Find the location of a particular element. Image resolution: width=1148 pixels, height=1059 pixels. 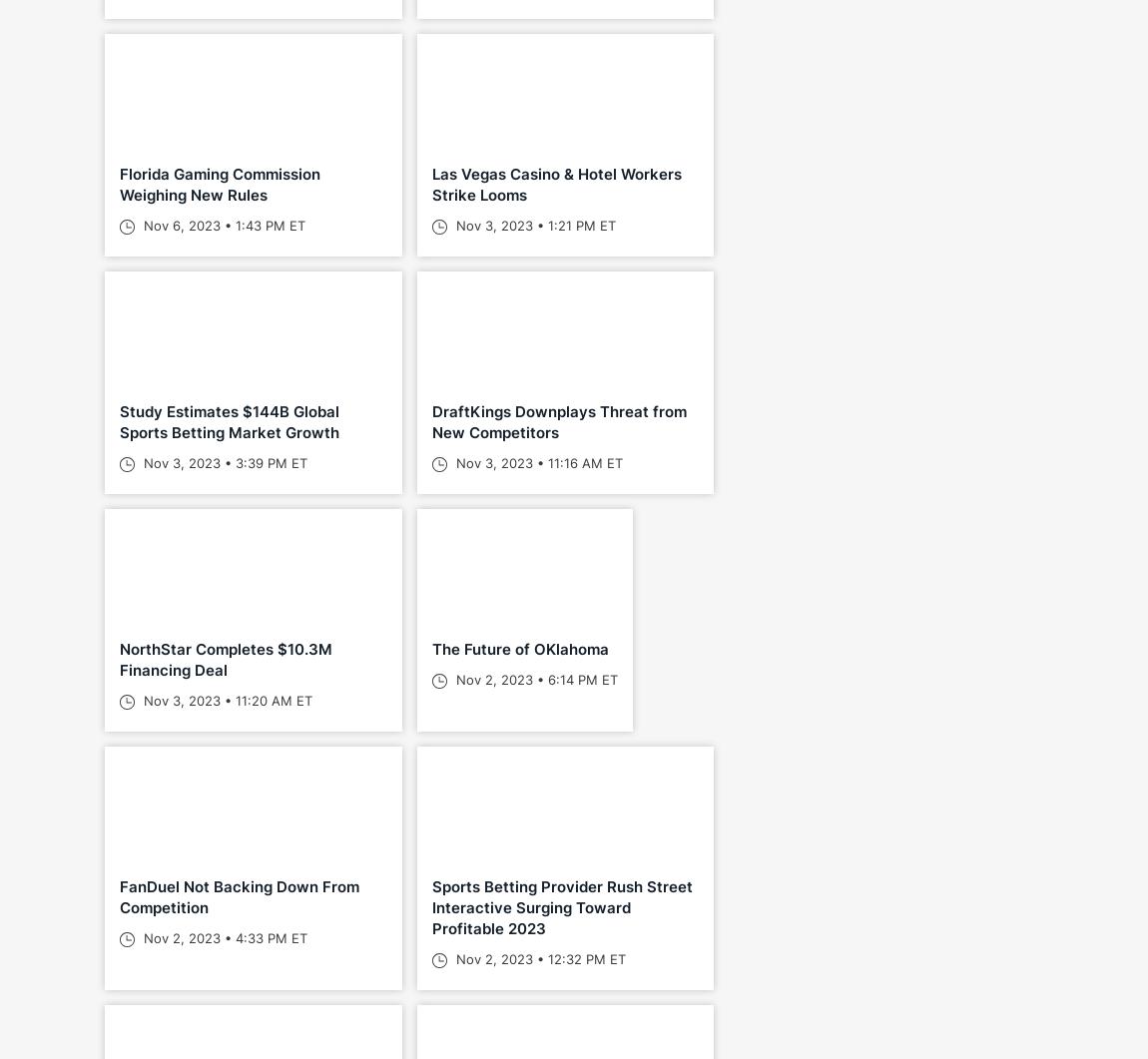

'DraftKings Downplays Threat from New Competitors' is located at coordinates (431, 422).